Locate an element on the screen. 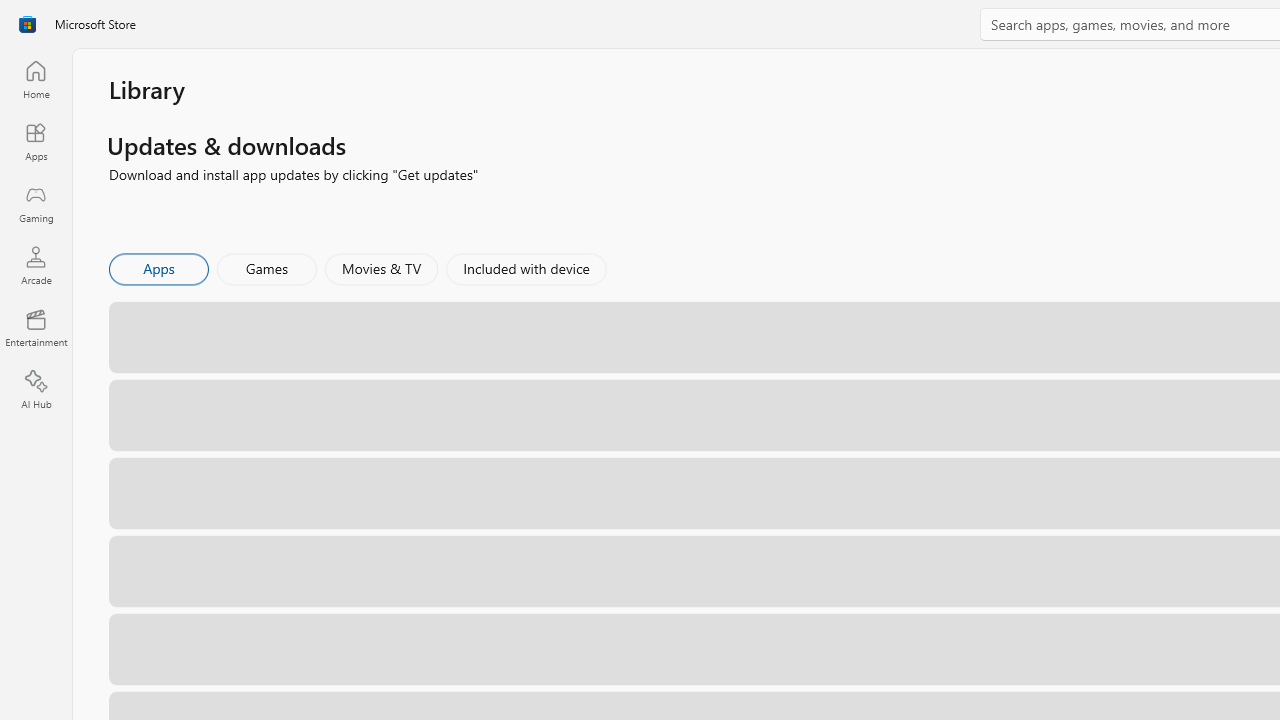 The height and width of the screenshot is (720, 1280). 'Games' is located at coordinates (266, 267).